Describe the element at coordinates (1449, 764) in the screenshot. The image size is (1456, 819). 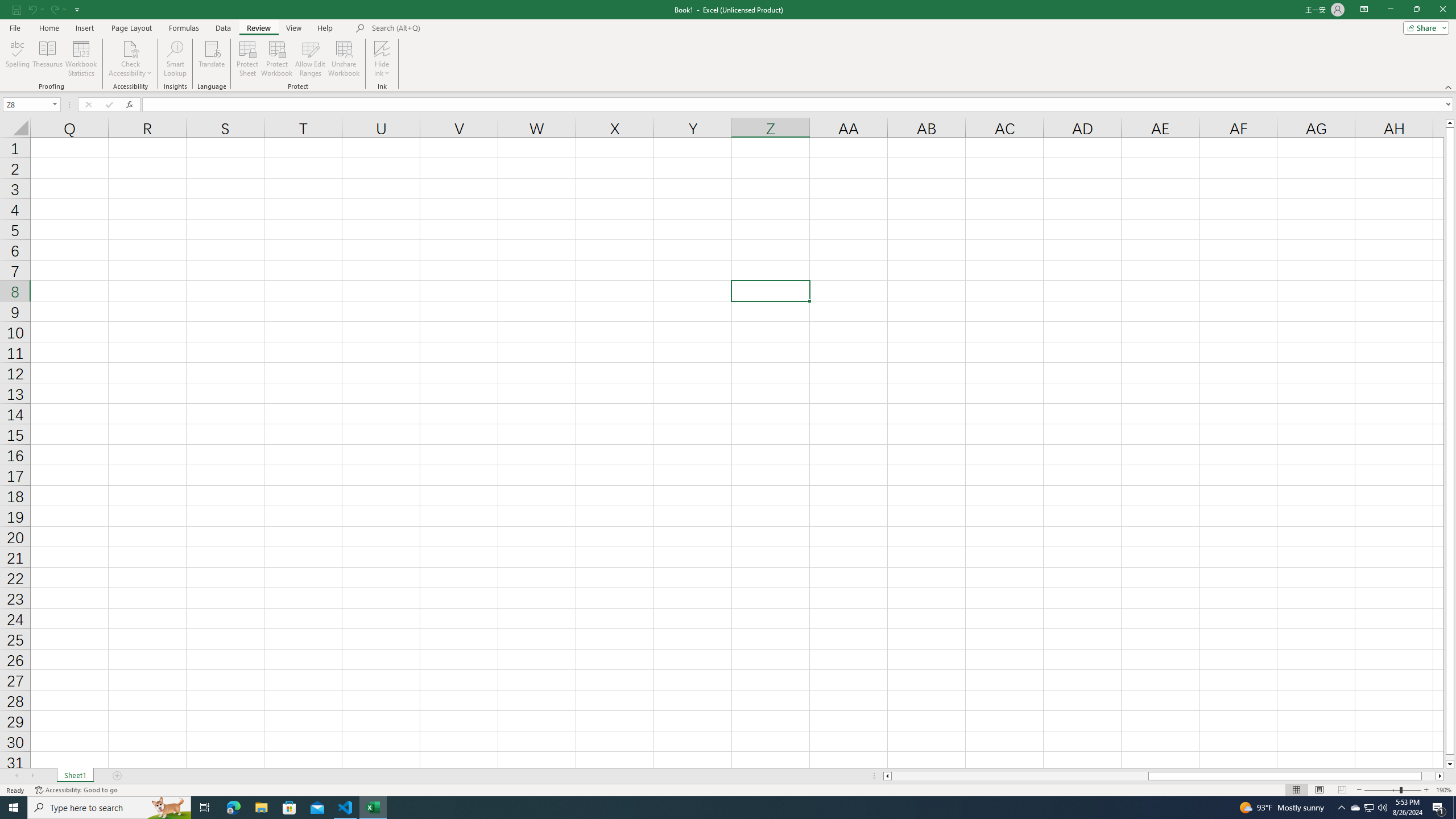
I see `'Line down'` at that location.